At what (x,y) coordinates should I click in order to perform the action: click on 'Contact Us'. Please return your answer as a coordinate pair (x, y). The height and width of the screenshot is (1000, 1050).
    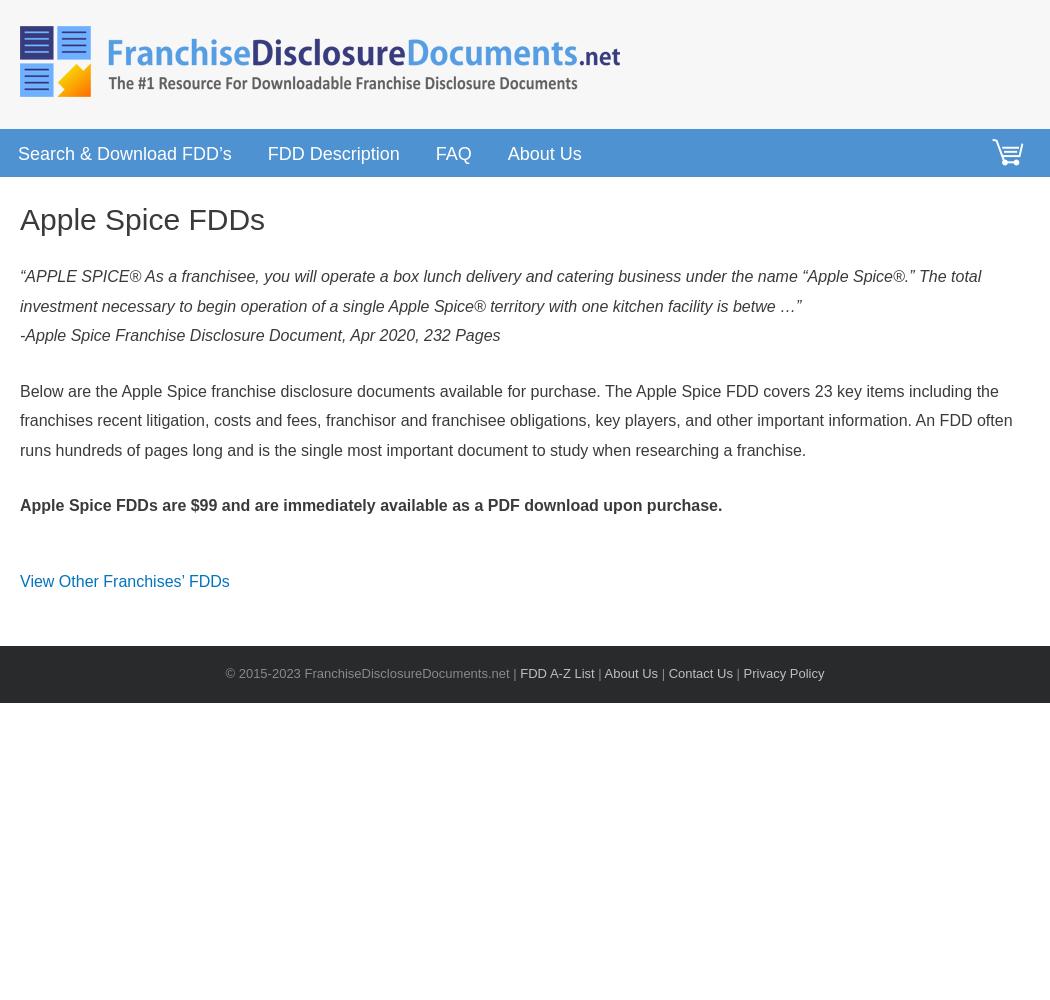
    Looking at the image, I should click on (700, 673).